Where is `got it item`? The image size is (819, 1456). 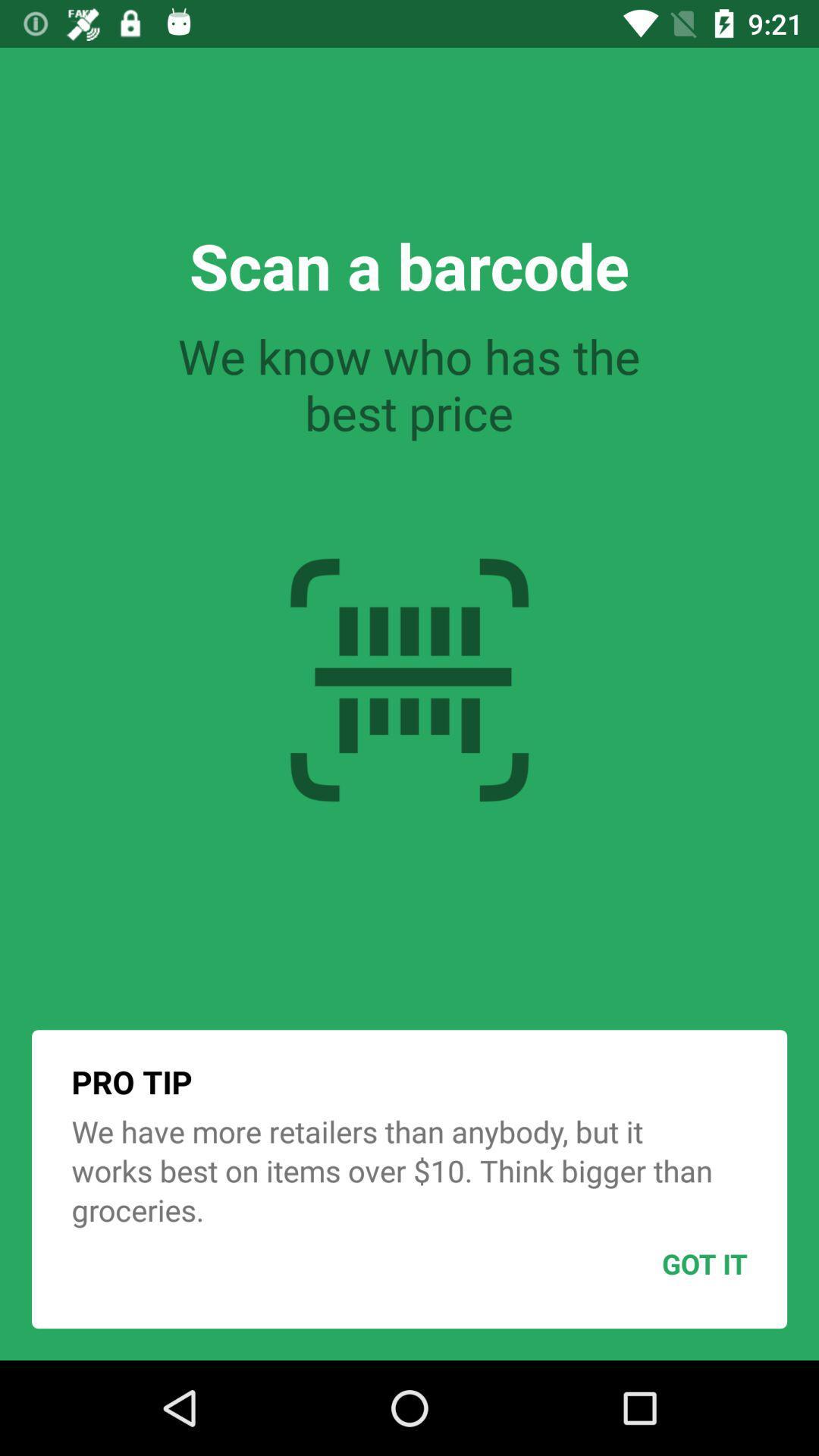 got it item is located at coordinates (667, 1263).